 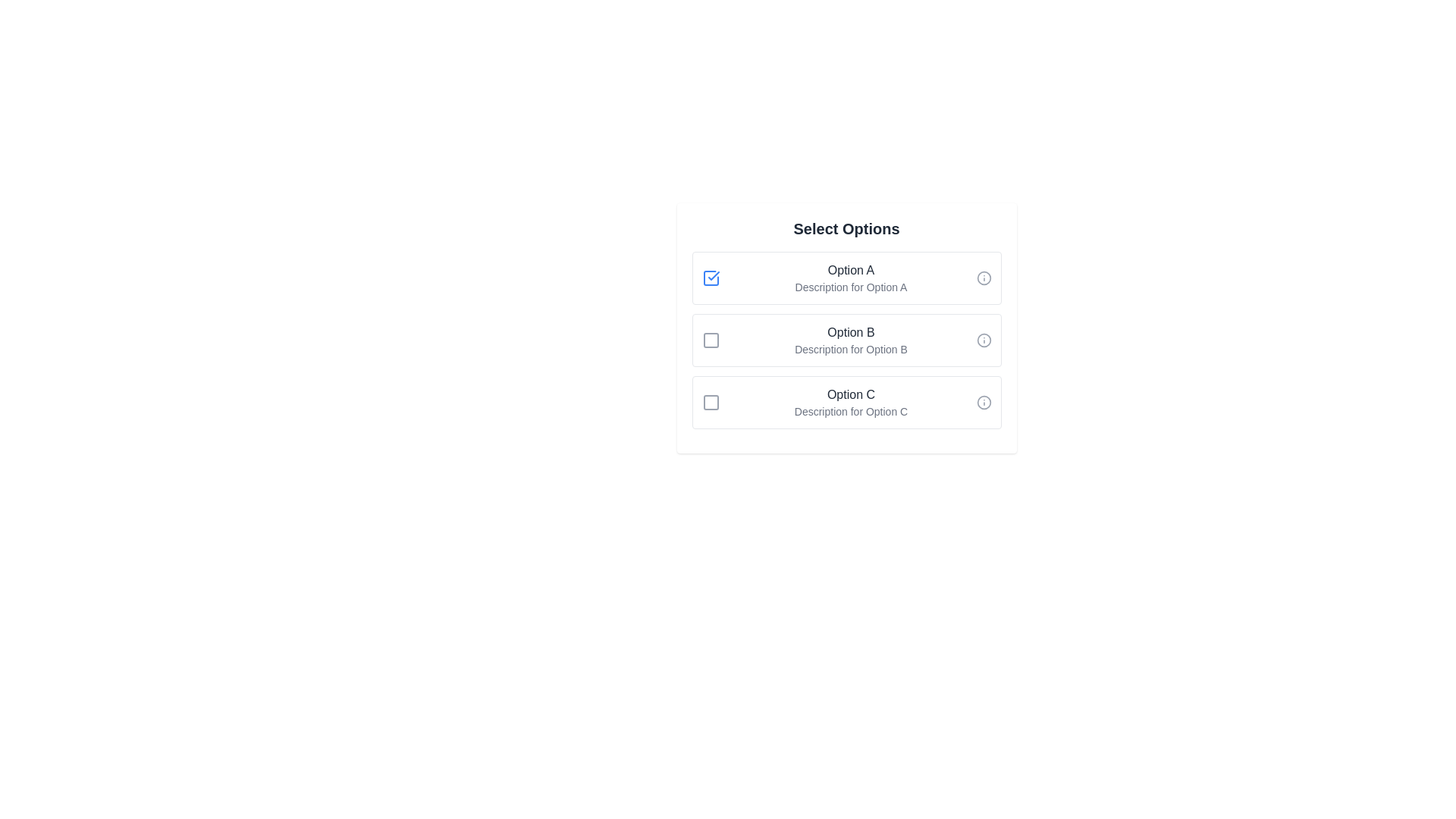 What do you see at coordinates (984, 278) in the screenshot?
I see `the information icon for Option A to read its description` at bounding box center [984, 278].